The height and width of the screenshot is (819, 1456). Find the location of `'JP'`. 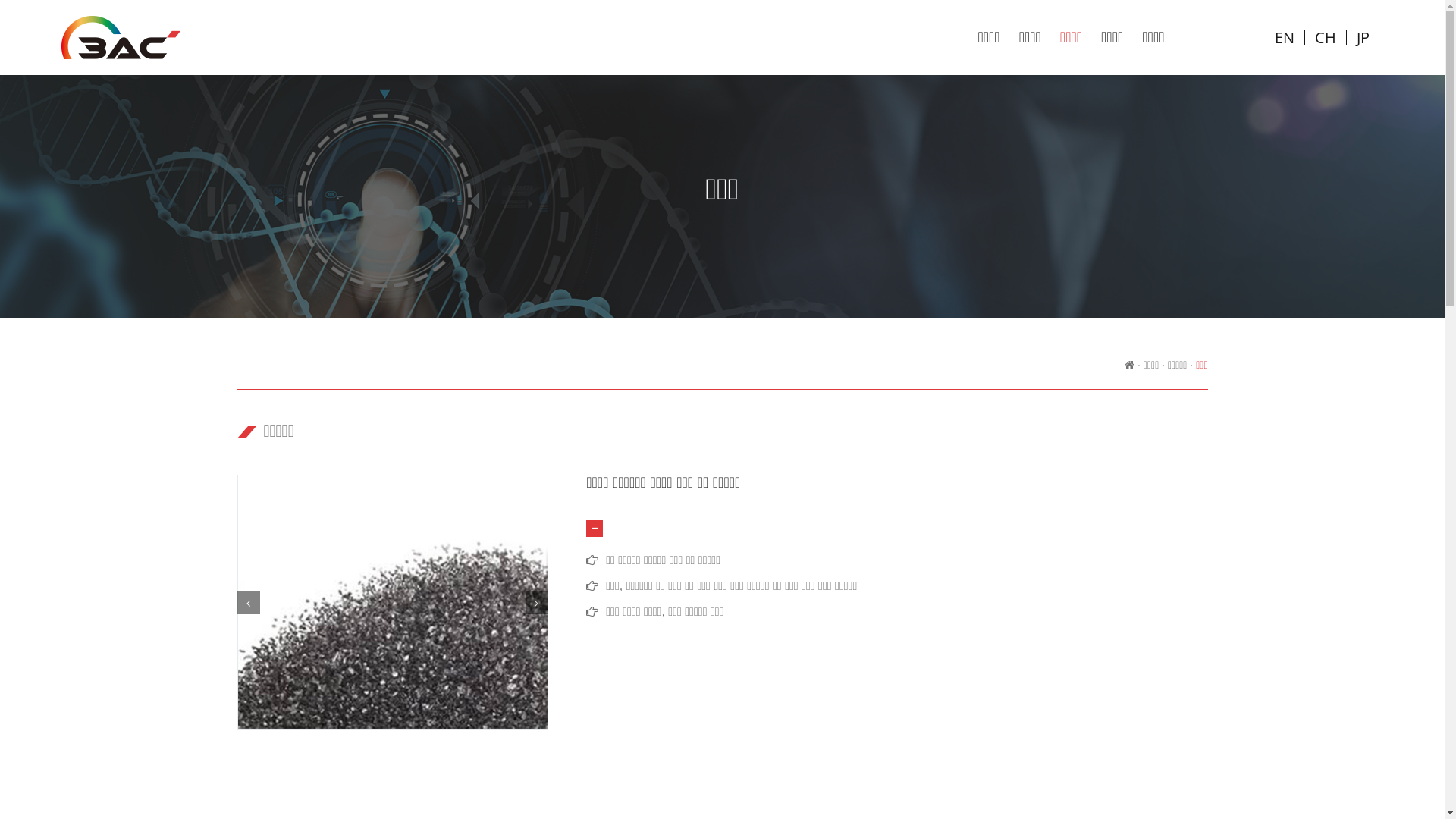

'JP' is located at coordinates (1363, 37).